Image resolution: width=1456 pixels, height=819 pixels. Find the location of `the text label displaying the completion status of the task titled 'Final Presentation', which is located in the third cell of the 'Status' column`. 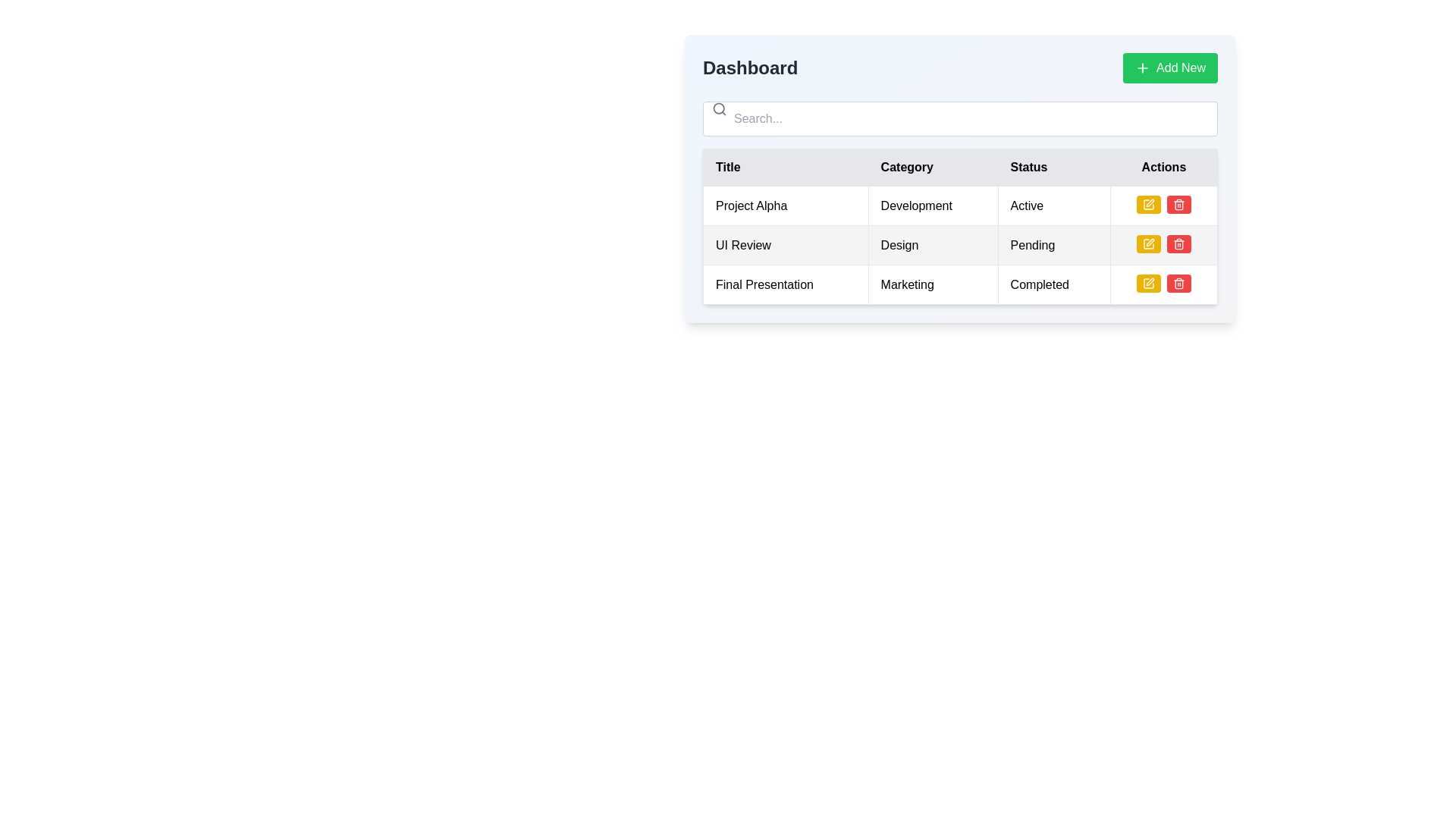

the text label displaying the completion status of the task titled 'Final Presentation', which is located in the third cell of the 'Status' column is located at coordinates (1053, 284).